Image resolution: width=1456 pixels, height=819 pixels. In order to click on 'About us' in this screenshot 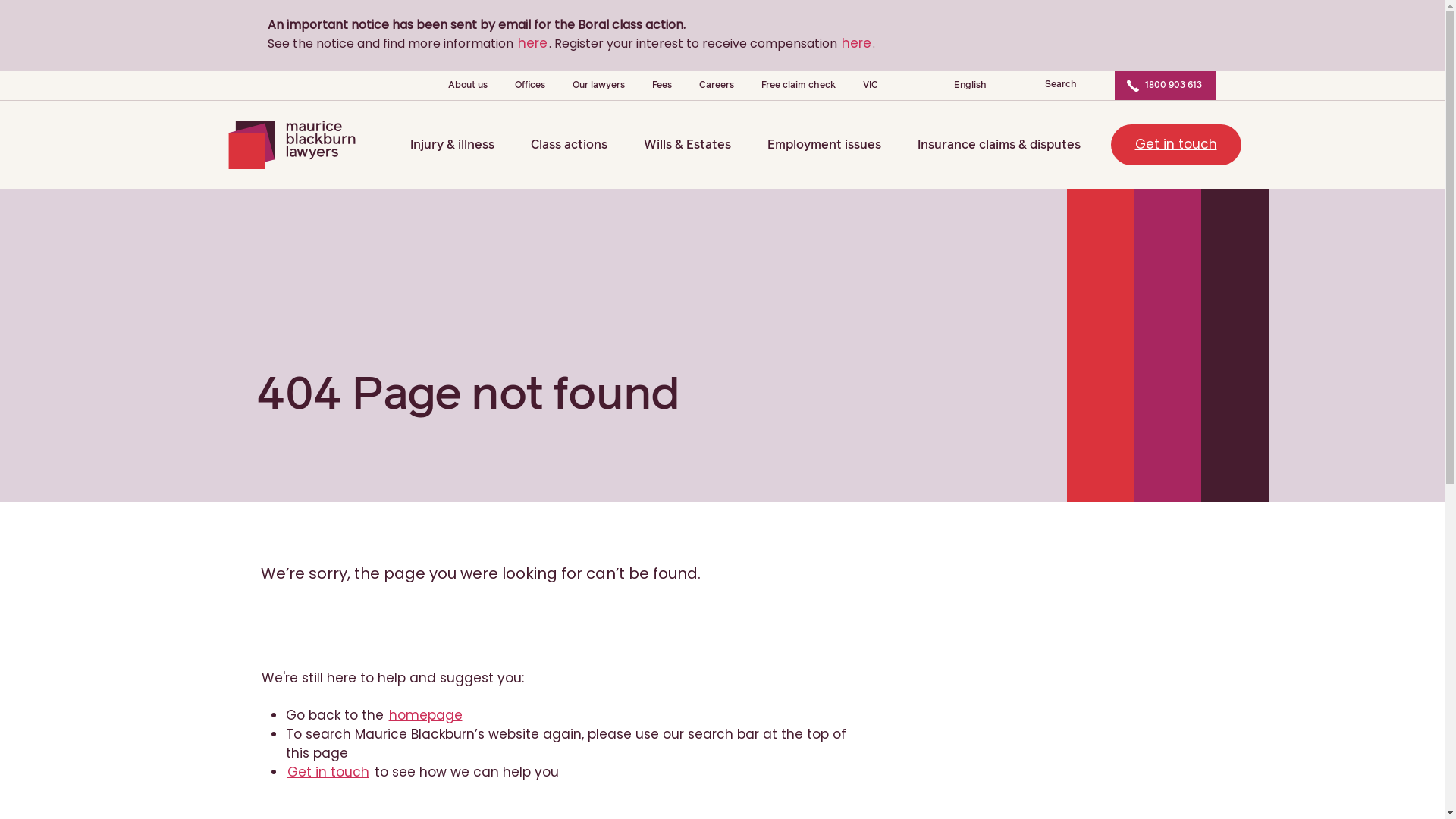, I will do `click(466, 85)`.